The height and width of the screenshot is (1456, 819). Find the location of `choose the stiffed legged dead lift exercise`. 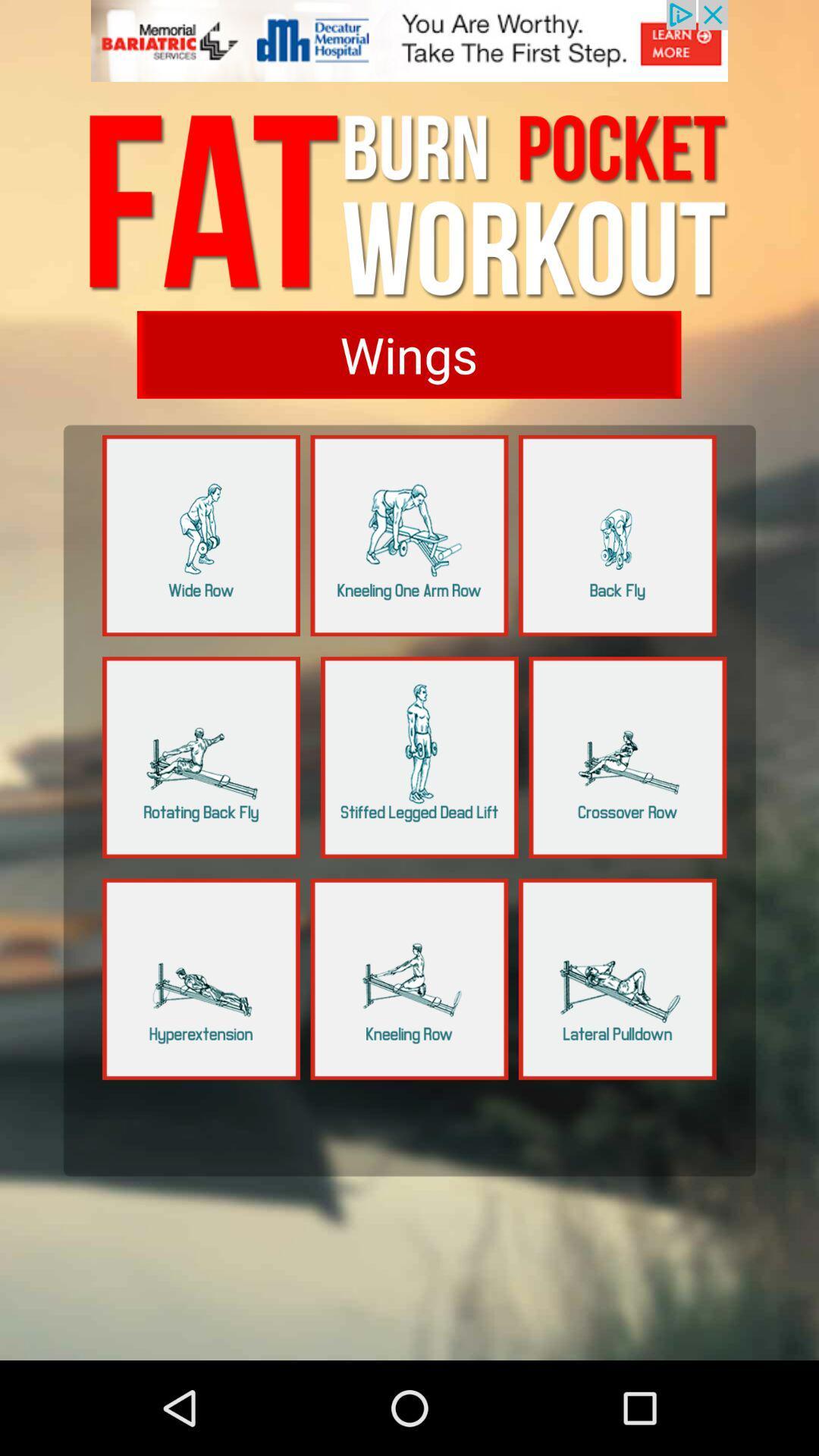

choose the stiffed legged dead lift exercise is located at coordinates (419, 757).